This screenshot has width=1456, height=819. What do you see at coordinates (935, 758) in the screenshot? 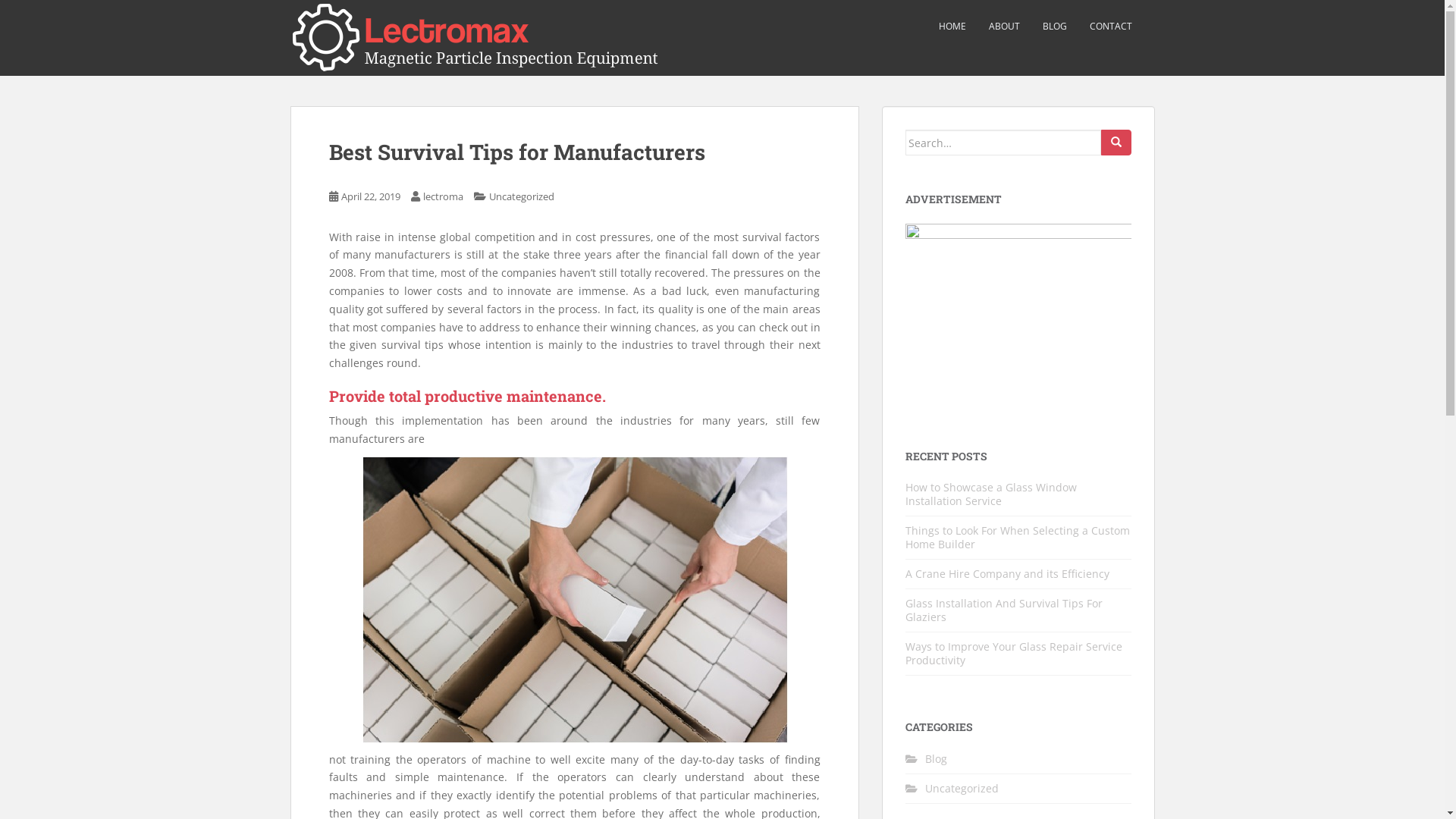
I see `'Blog'` at bounding box center [935, 758].